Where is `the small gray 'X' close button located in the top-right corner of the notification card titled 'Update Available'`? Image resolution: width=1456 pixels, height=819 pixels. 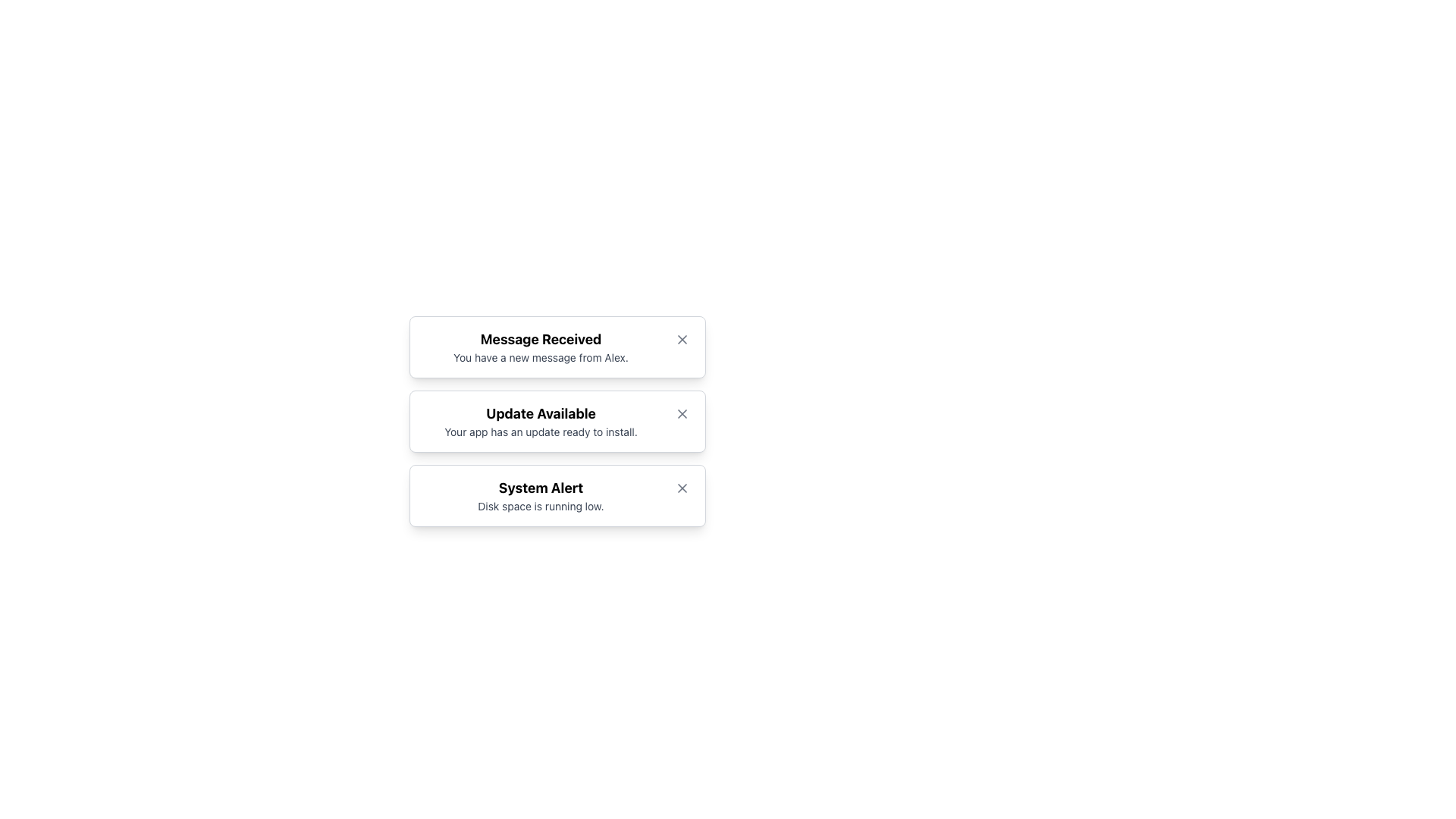
the small gray 'X' close button located in the top-right corner of the notification card titled 'Update Available' is located at coordinates (682, 414).